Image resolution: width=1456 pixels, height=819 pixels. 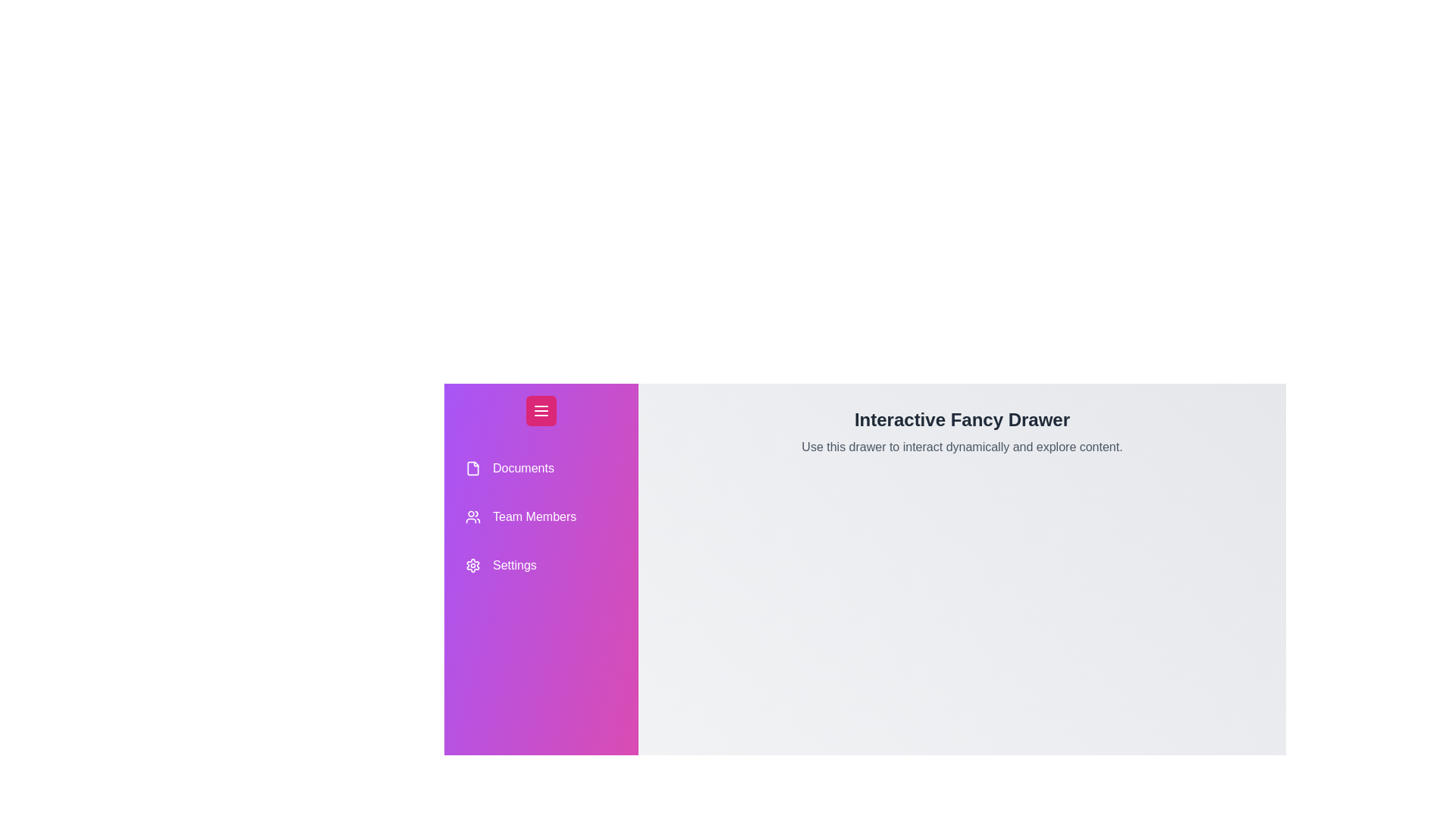 What do you see at coordinates (541, 467) in the screenshot?
I see `the drawer item Documents to select it` at bounding box center [541, 467].